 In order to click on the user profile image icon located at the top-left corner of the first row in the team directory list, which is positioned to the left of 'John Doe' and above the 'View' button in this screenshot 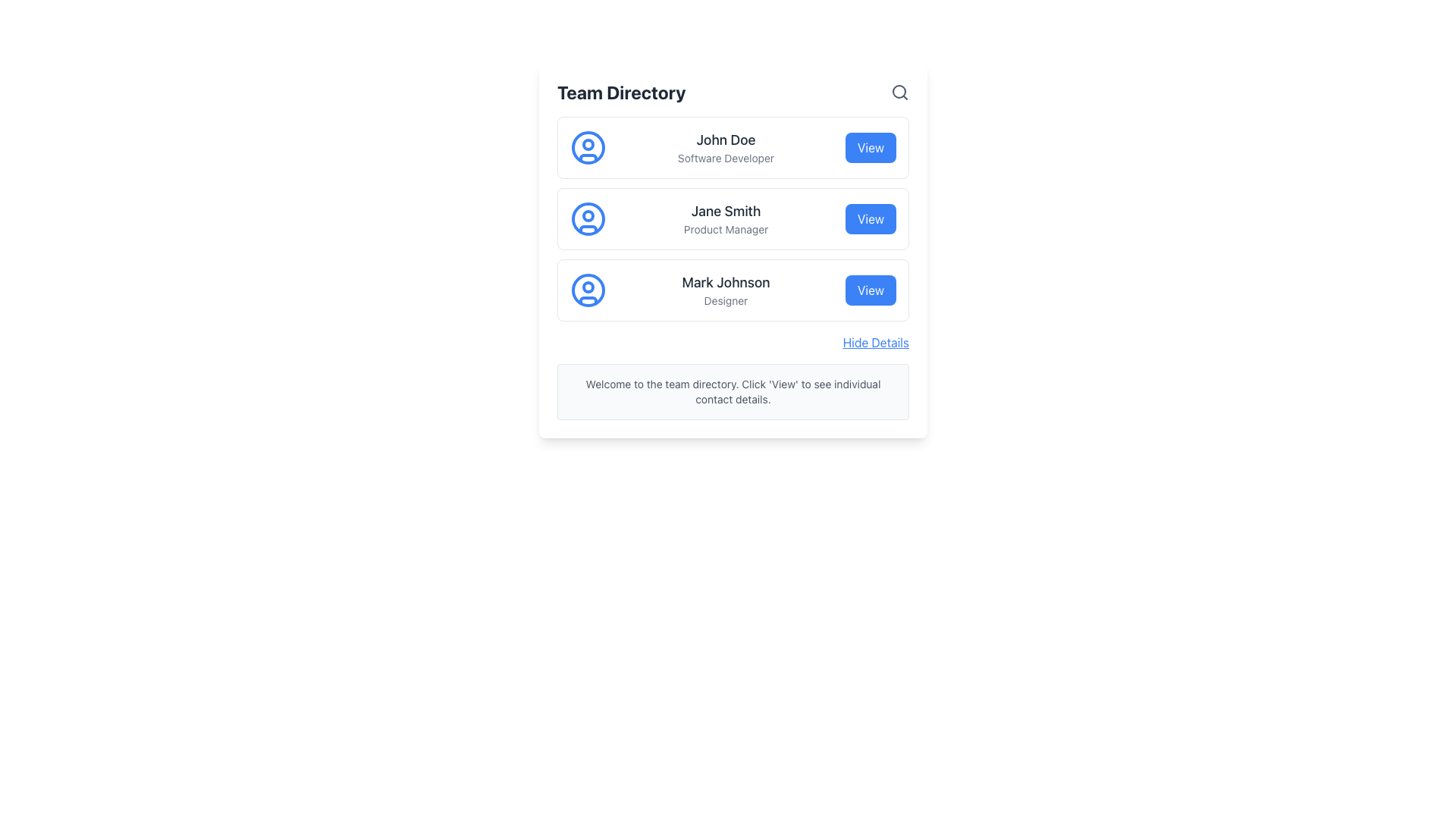, I will do `click(588, 148)`.